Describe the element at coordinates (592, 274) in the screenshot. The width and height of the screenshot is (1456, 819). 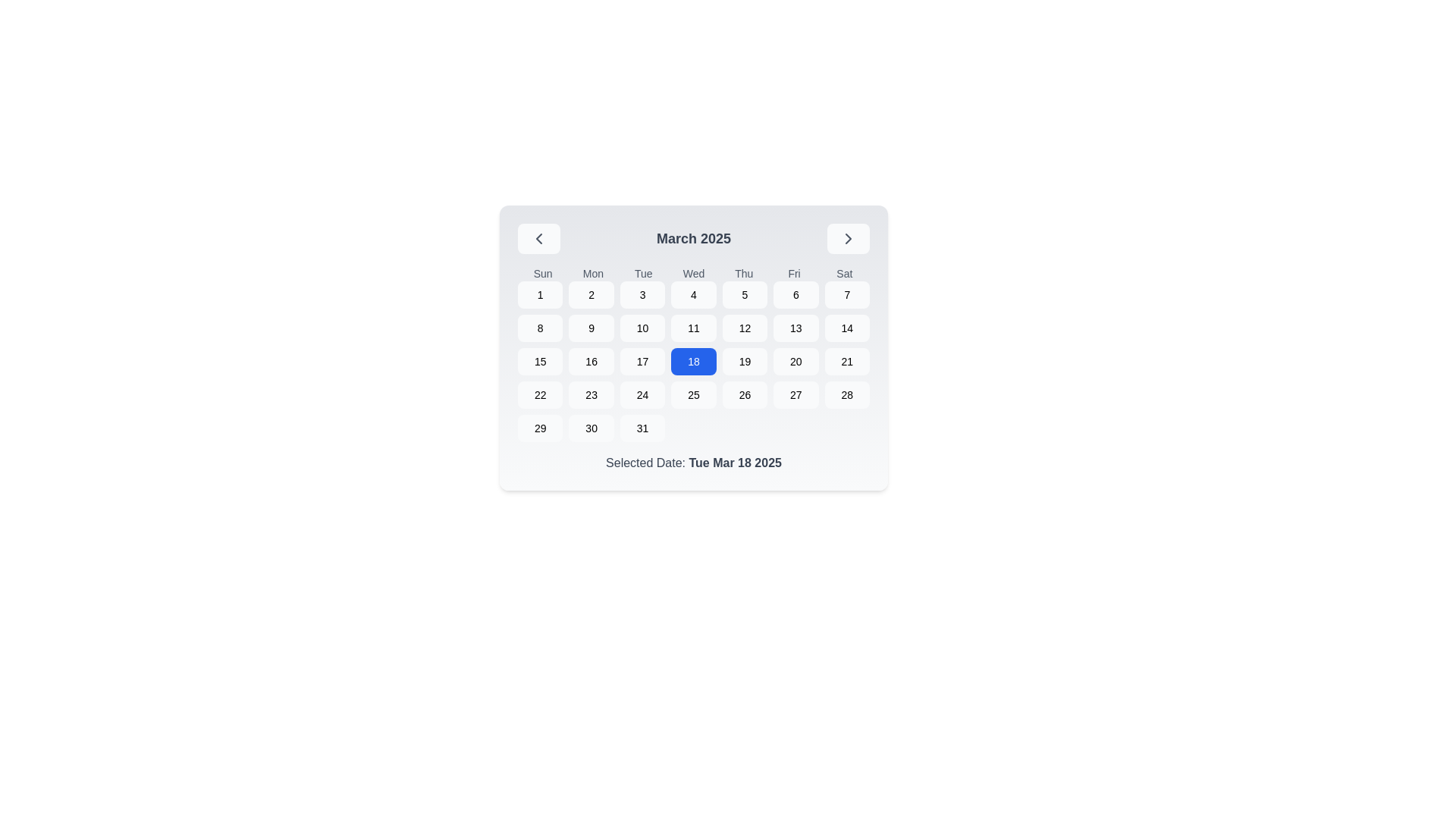
I see `the Text label indicating the abbreviation for Monday, located between 'Sun' and 'Tue' in the calendar's day labels row` at that location.